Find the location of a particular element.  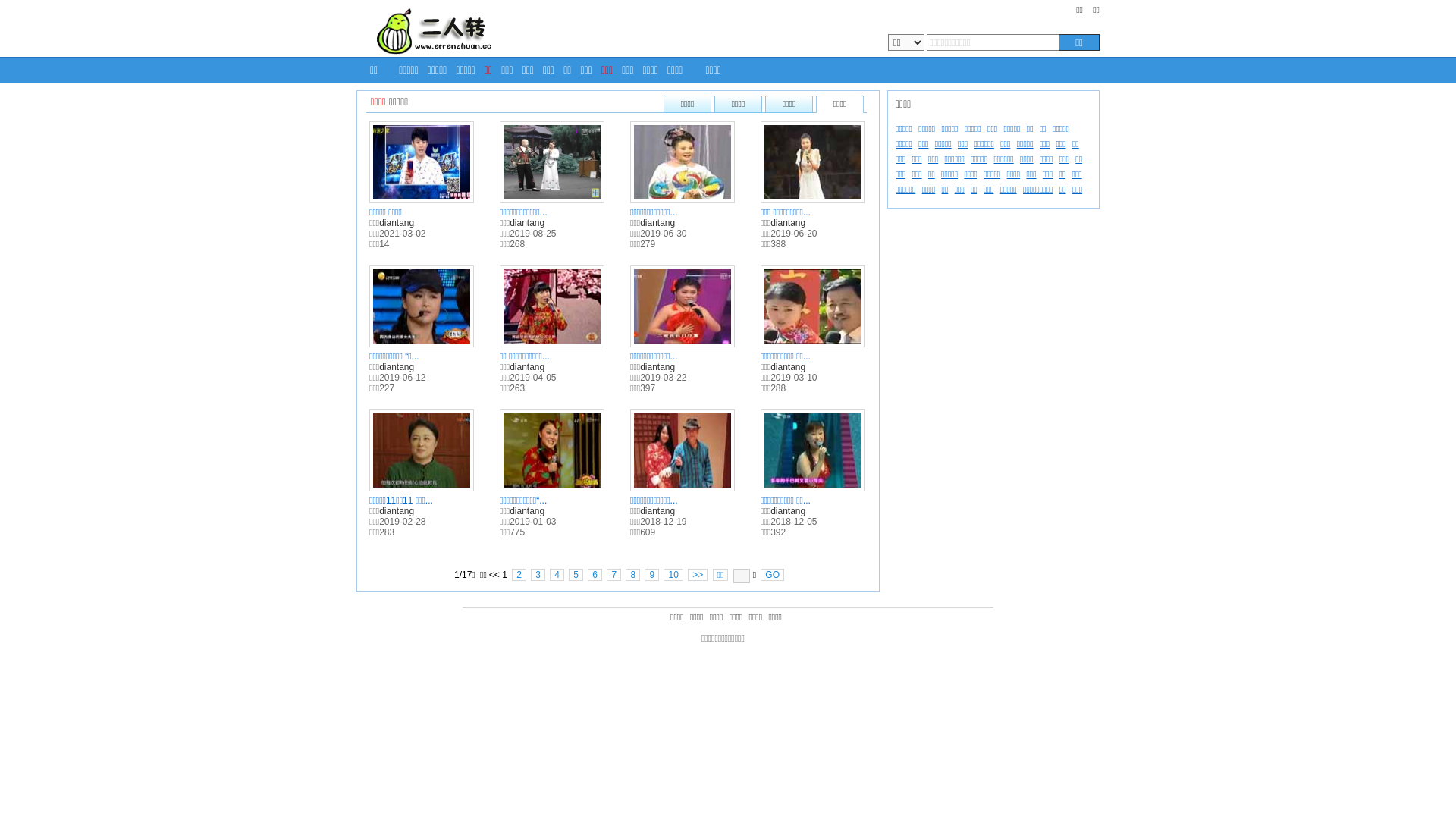

'5' is located at coordinates (575, 575).